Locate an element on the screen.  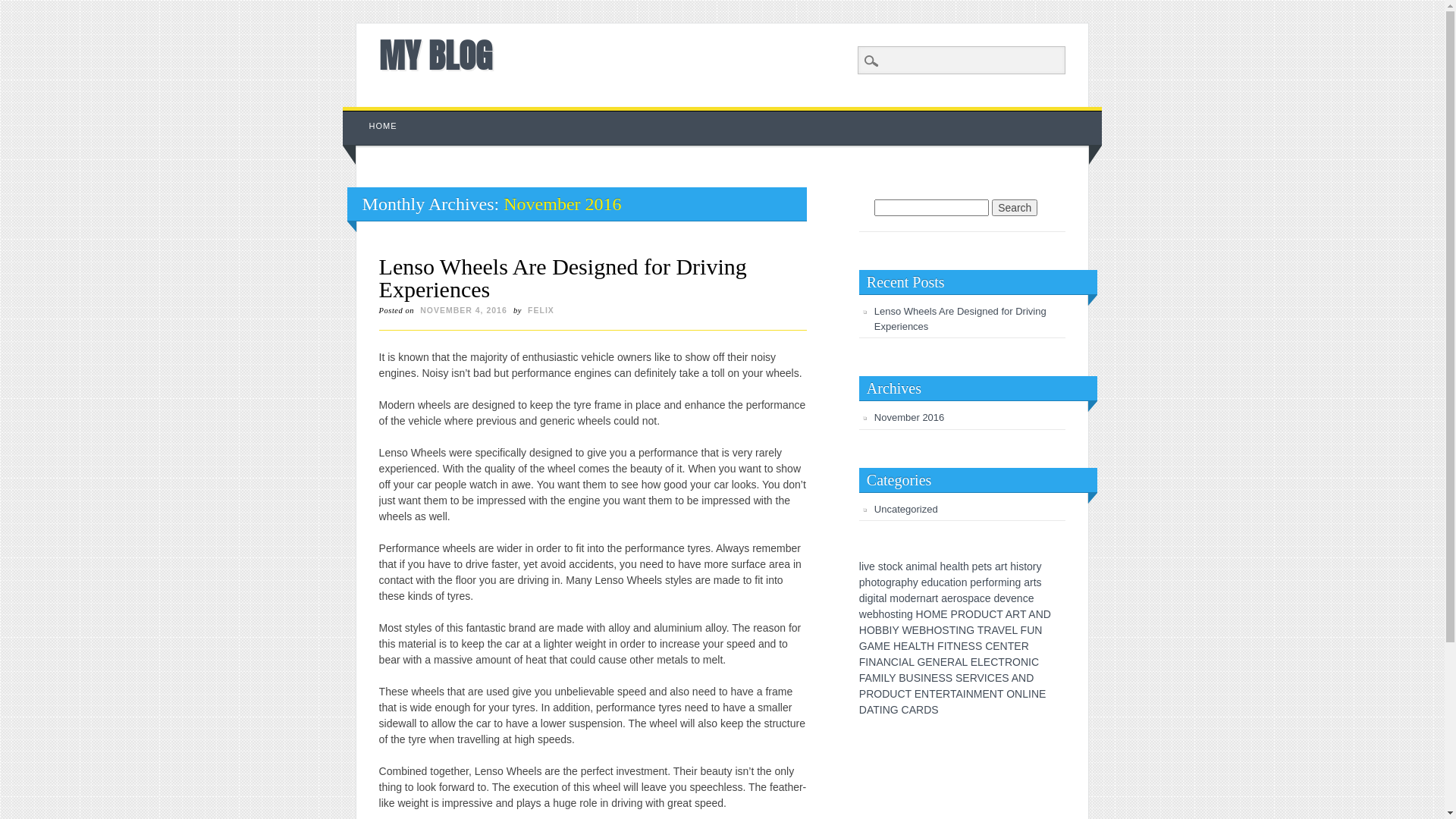
'a' is located at coordinates (976, 598).